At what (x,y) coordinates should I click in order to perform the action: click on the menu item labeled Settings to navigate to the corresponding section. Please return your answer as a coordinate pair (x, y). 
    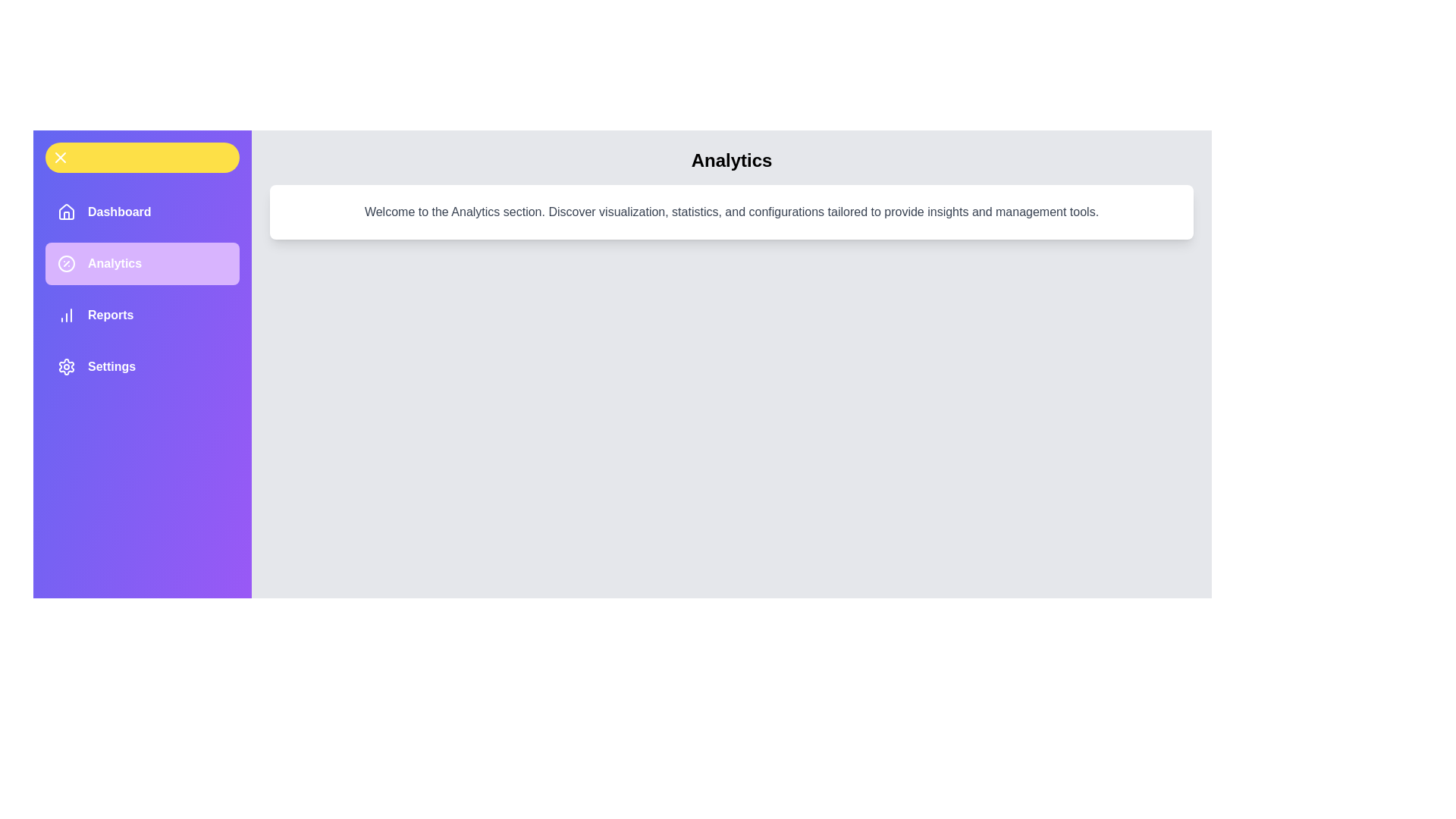
    Looking at the image, I should click on (142, 366).